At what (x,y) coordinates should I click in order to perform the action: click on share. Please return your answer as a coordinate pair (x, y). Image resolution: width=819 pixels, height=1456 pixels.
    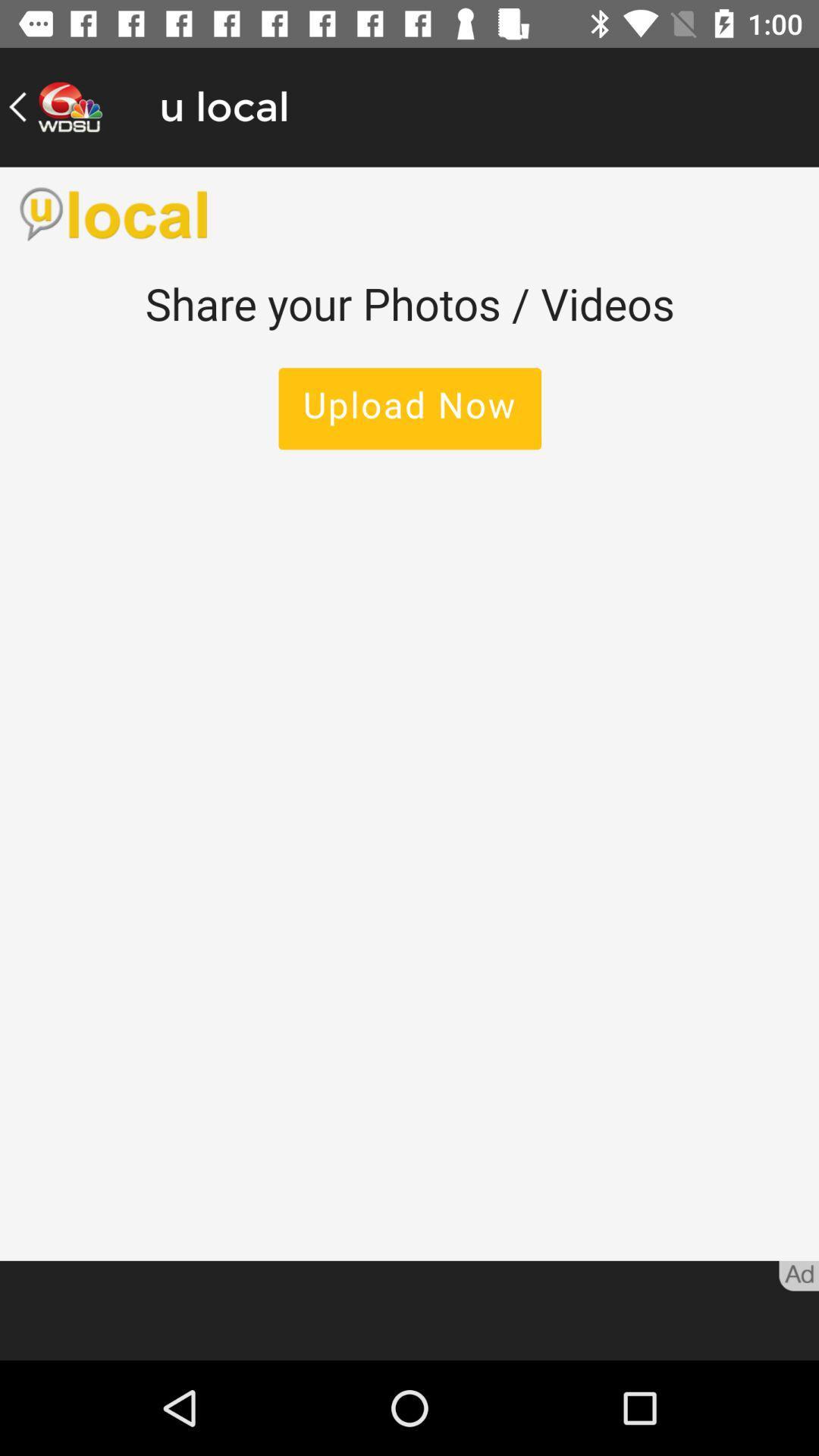
    Looking at the image, I should click on (409, 713).